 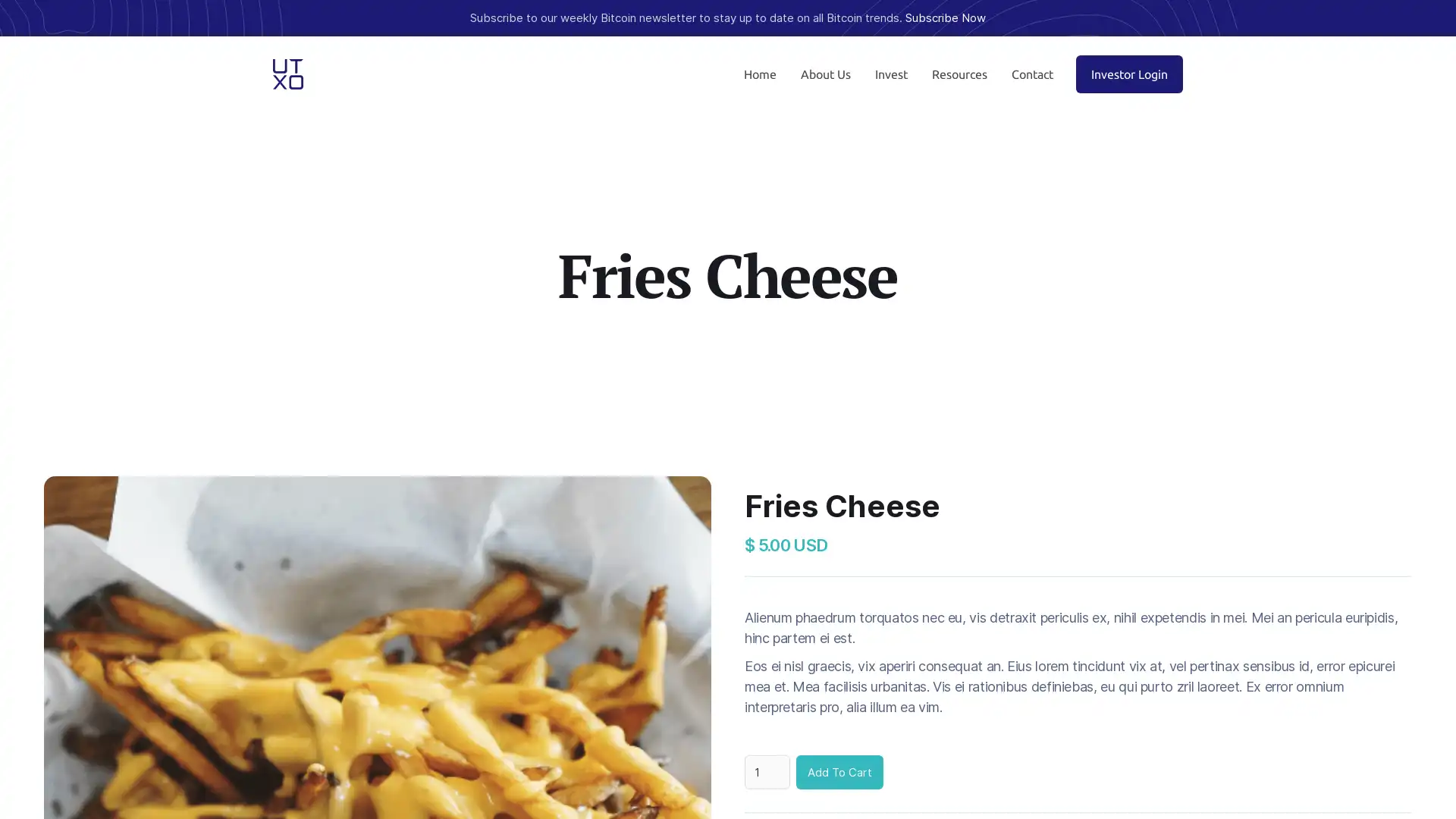 I want to click on Add To Cart, so click(x=839, y=772).